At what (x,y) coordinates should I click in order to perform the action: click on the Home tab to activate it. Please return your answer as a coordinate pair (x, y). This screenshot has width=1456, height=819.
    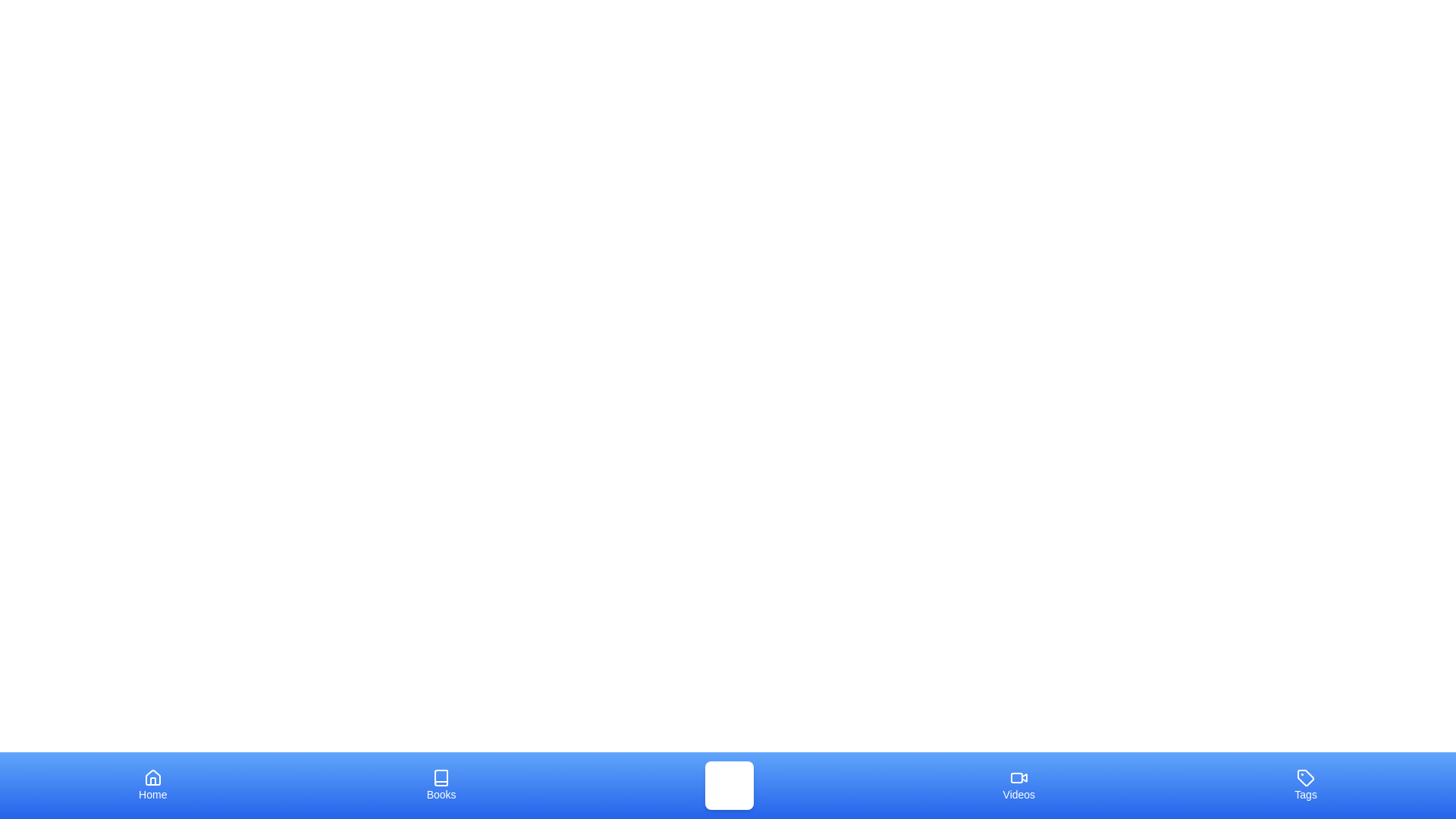
    Looking at the image, I should click on (152, 785).